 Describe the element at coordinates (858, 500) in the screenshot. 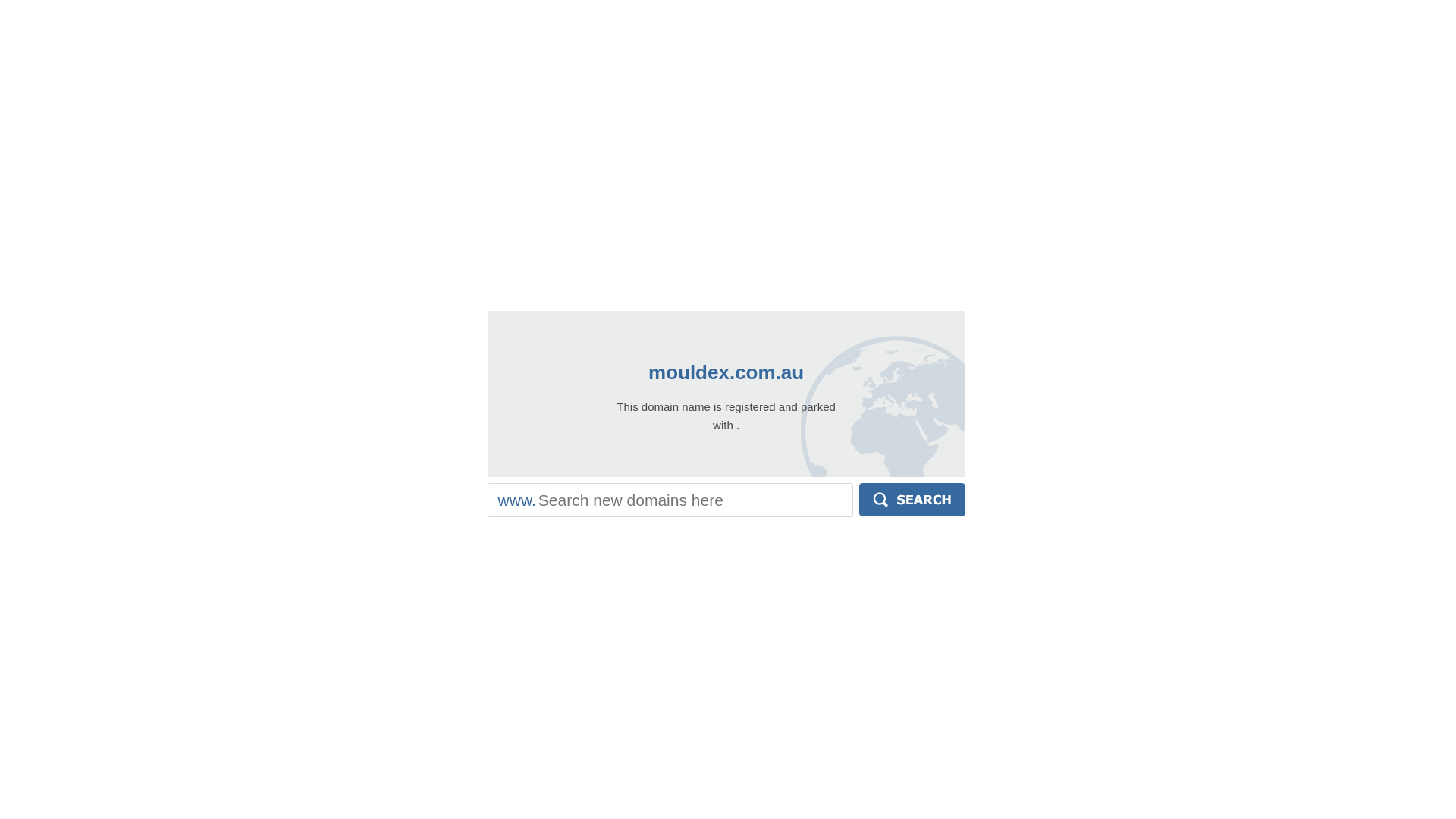

I see `'Search'` at that location.